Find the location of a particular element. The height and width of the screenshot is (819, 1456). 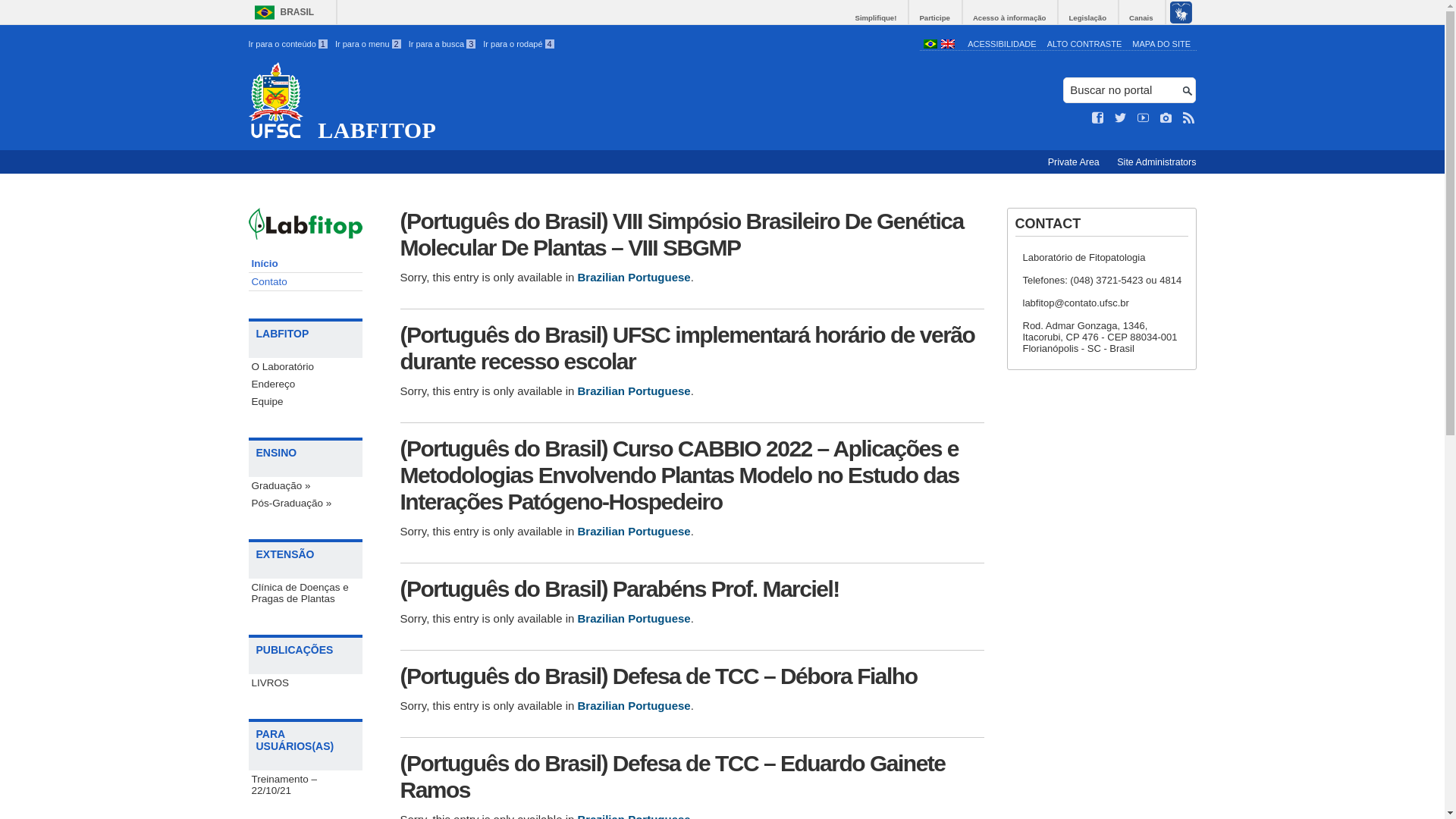

'Simplifique!' is located at coordinates (876, 17).